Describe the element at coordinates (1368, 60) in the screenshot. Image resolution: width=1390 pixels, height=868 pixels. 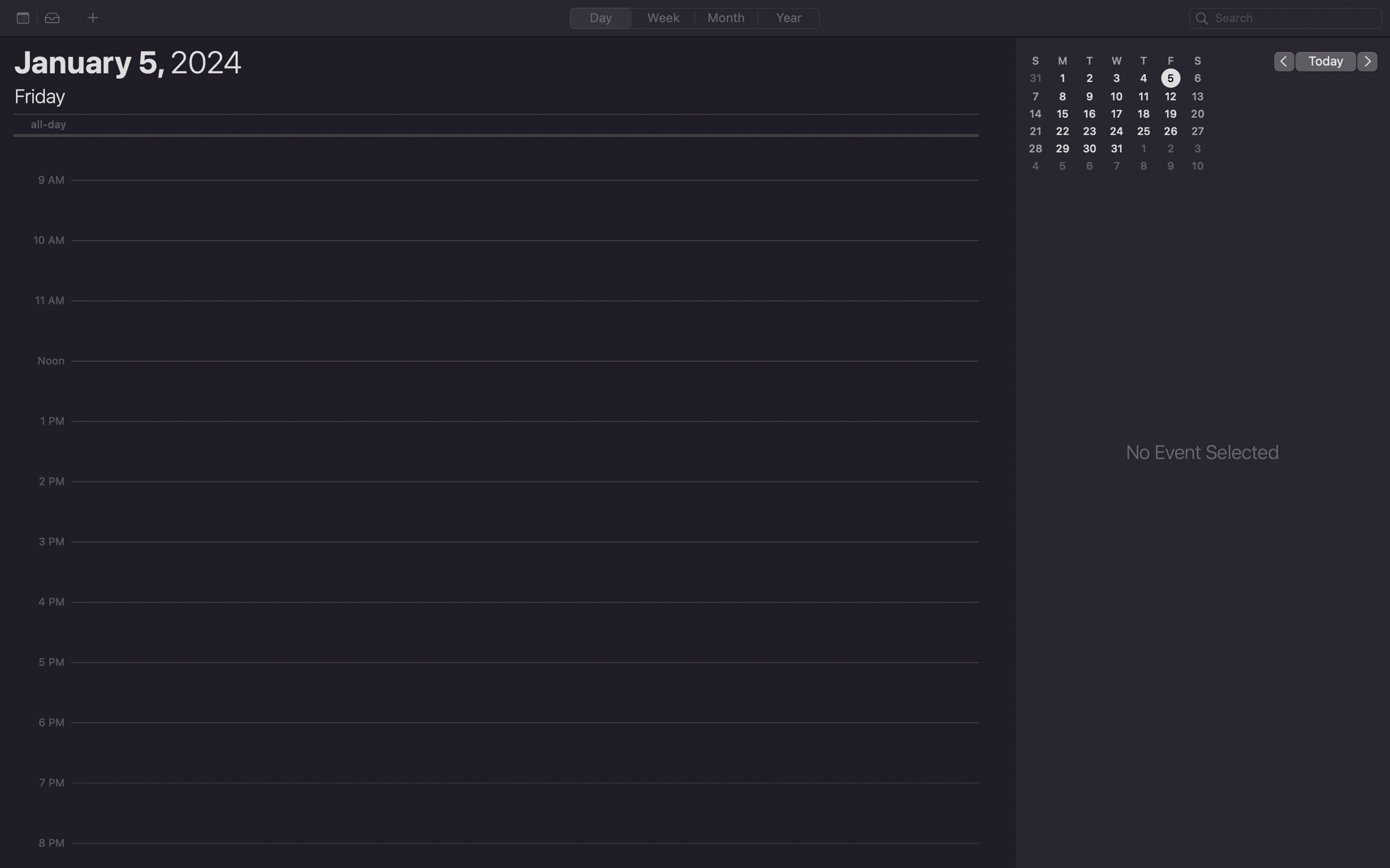
I see `Go to the next day on the calendar` at that location.